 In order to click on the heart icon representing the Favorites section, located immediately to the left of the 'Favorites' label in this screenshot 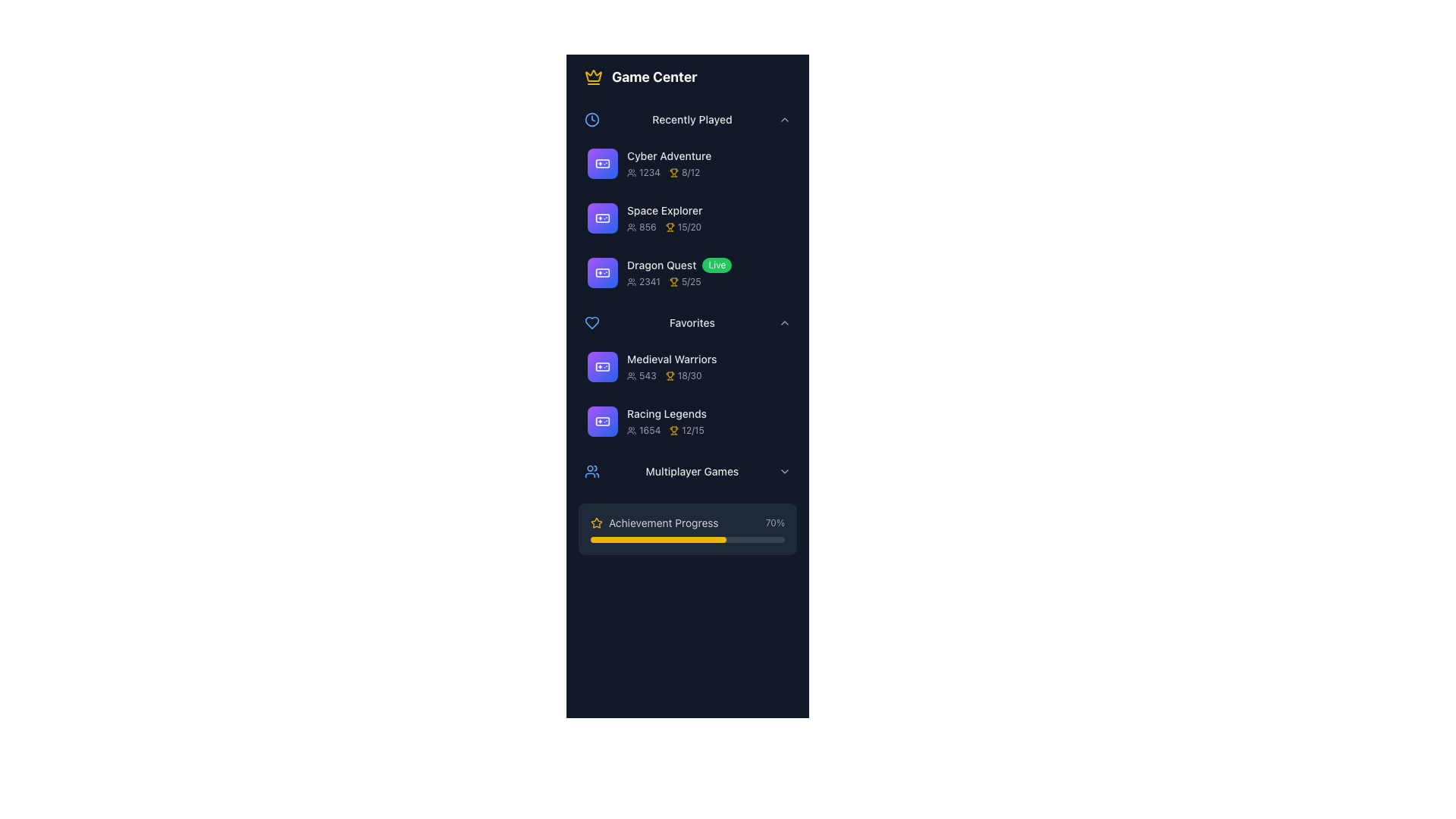, I will do `click(591, 322)`.